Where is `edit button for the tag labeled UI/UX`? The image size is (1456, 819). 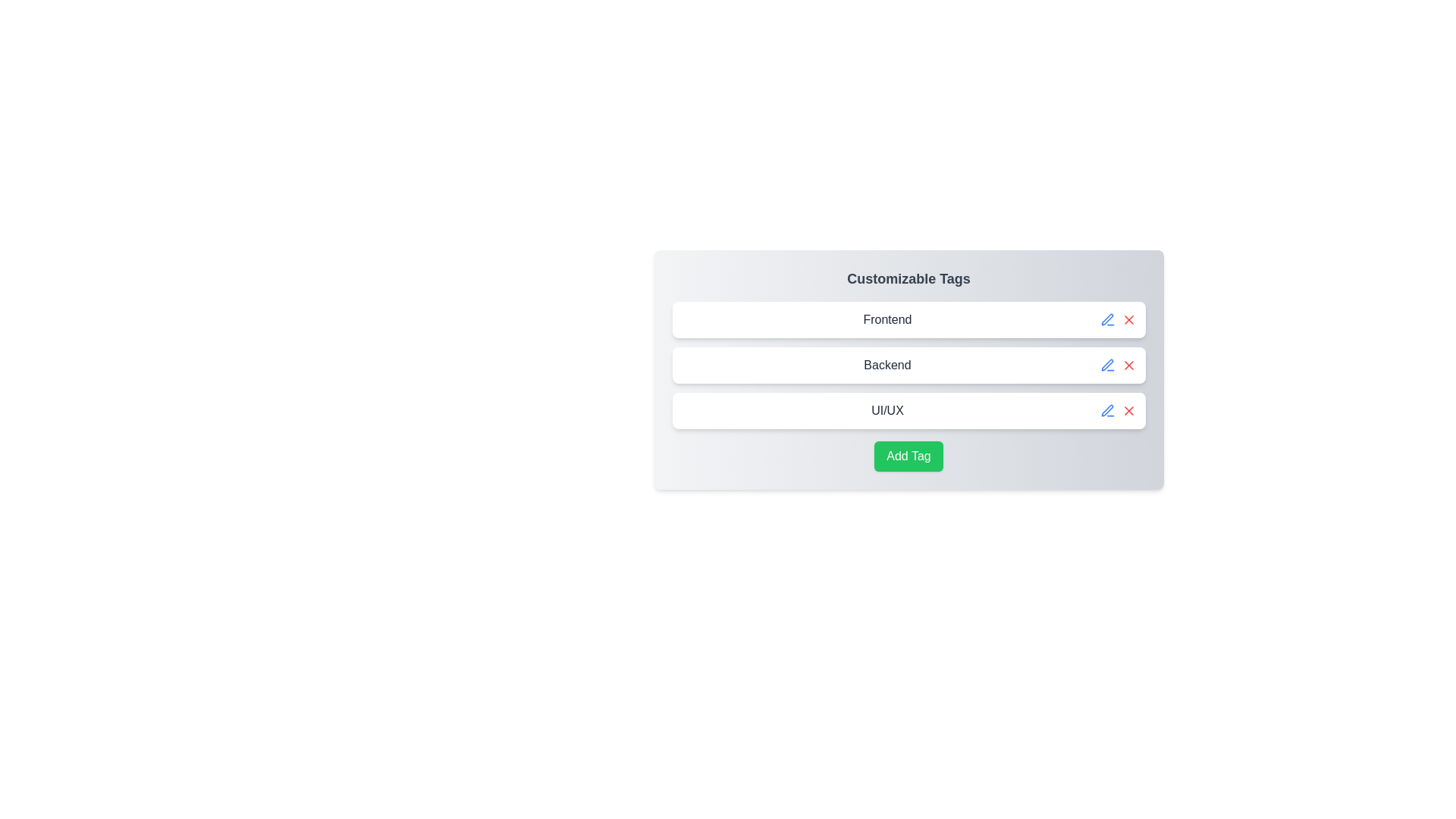 edit button for the tag labeled UI/UX is located at coordinates (1107, 411).